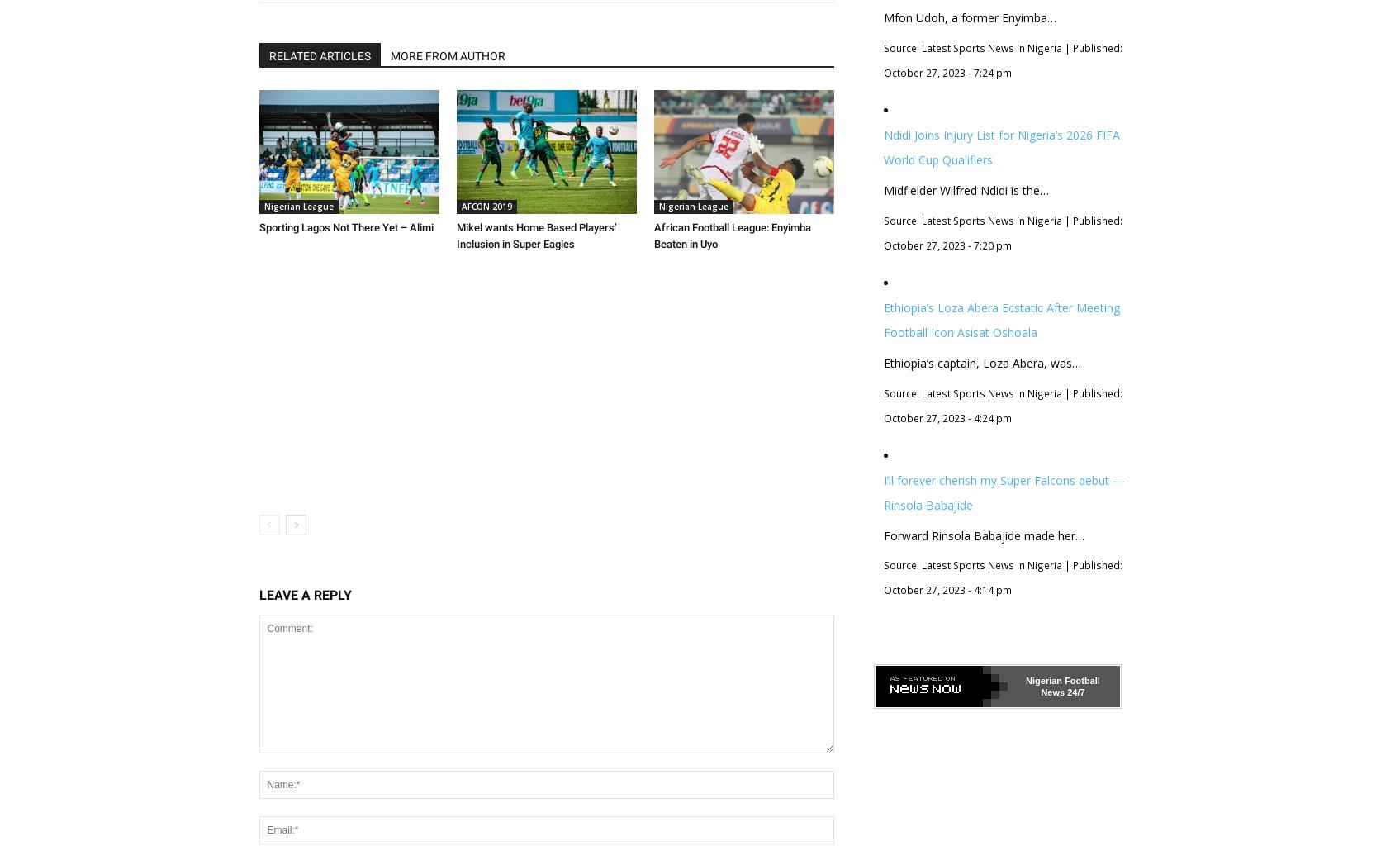  I want to click on 'MORE FROM AUTHOR', so click(447, 55).